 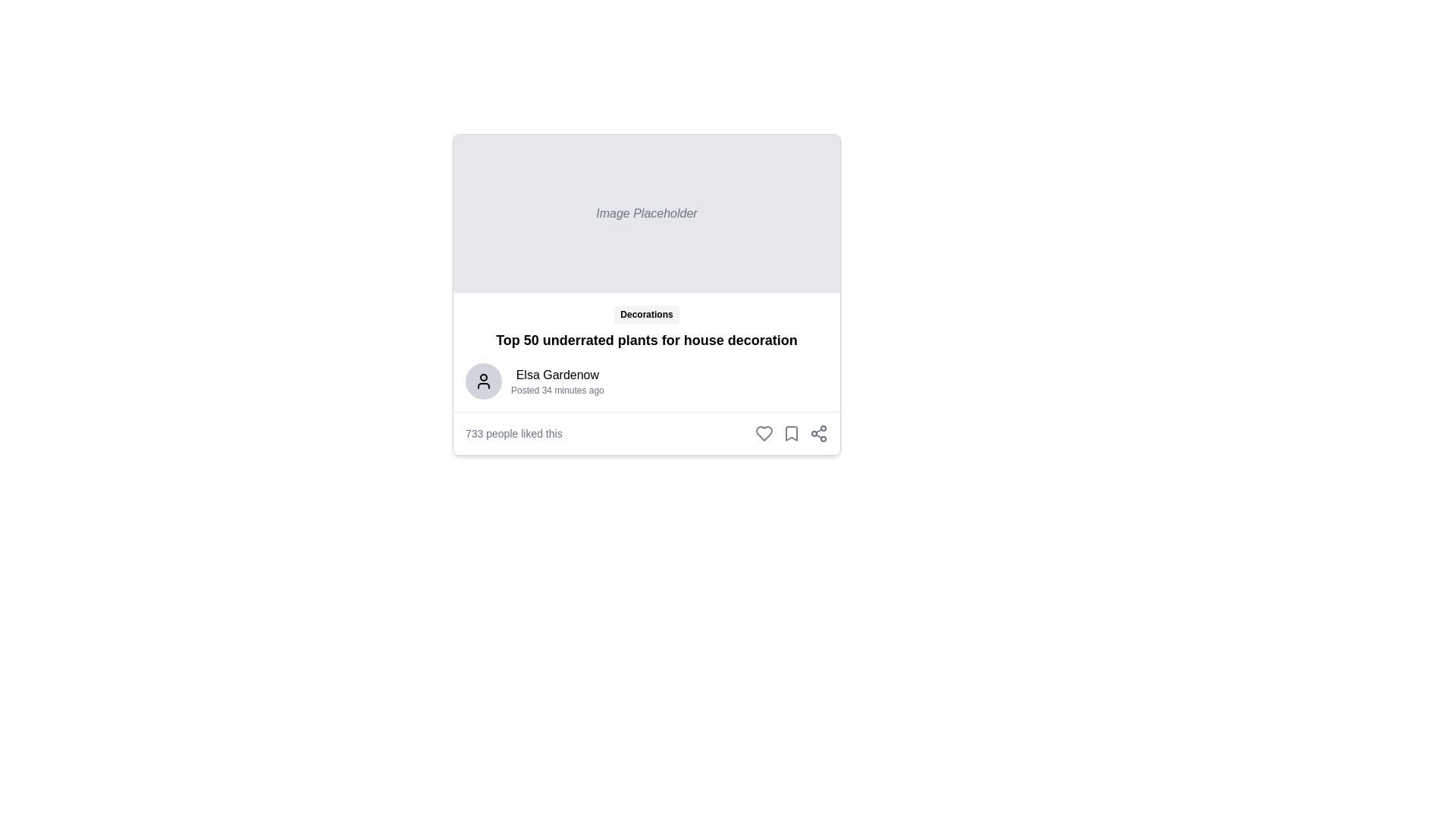 I want to click on the bookmark icon button, which is the second in a group of three buttons at the bottom-right of the card layout, so click(x=790, y=433).